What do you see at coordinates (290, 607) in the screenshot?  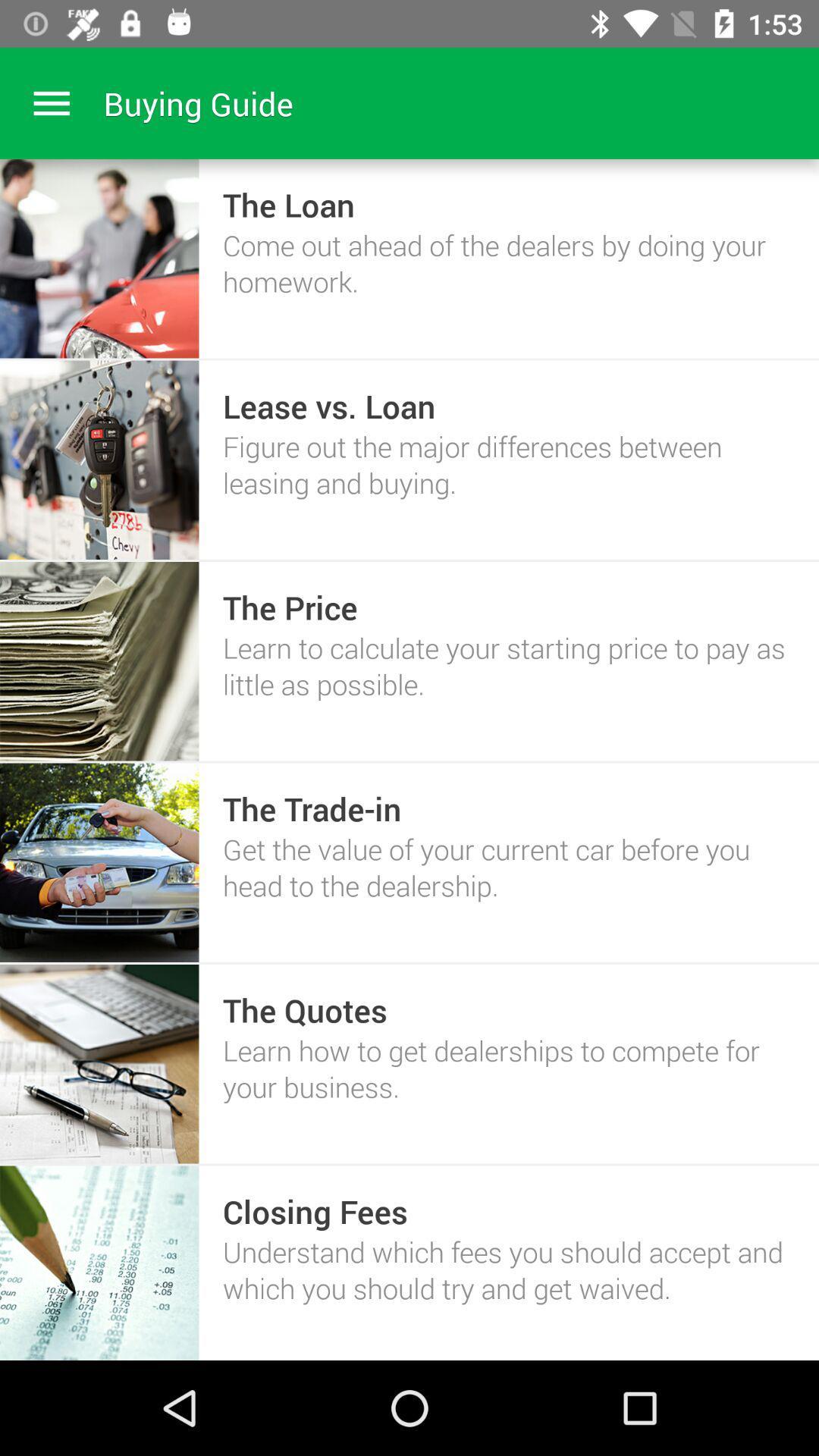 I see `the icon above the learn to calculate item` at bounding box center [290, 607].